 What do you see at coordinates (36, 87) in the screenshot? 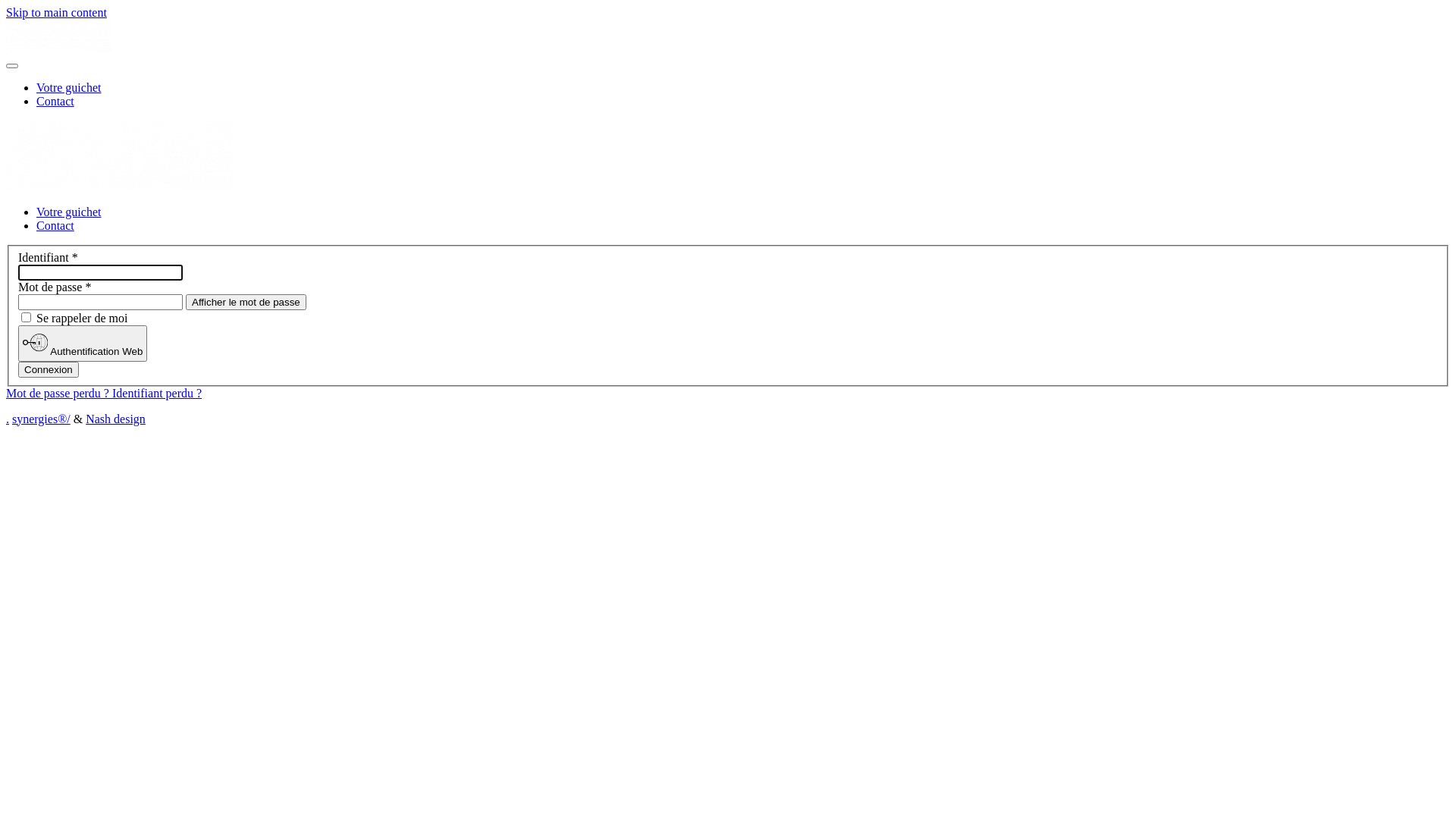
I see `'Votre guichet'` at bounding box center [36, 87].